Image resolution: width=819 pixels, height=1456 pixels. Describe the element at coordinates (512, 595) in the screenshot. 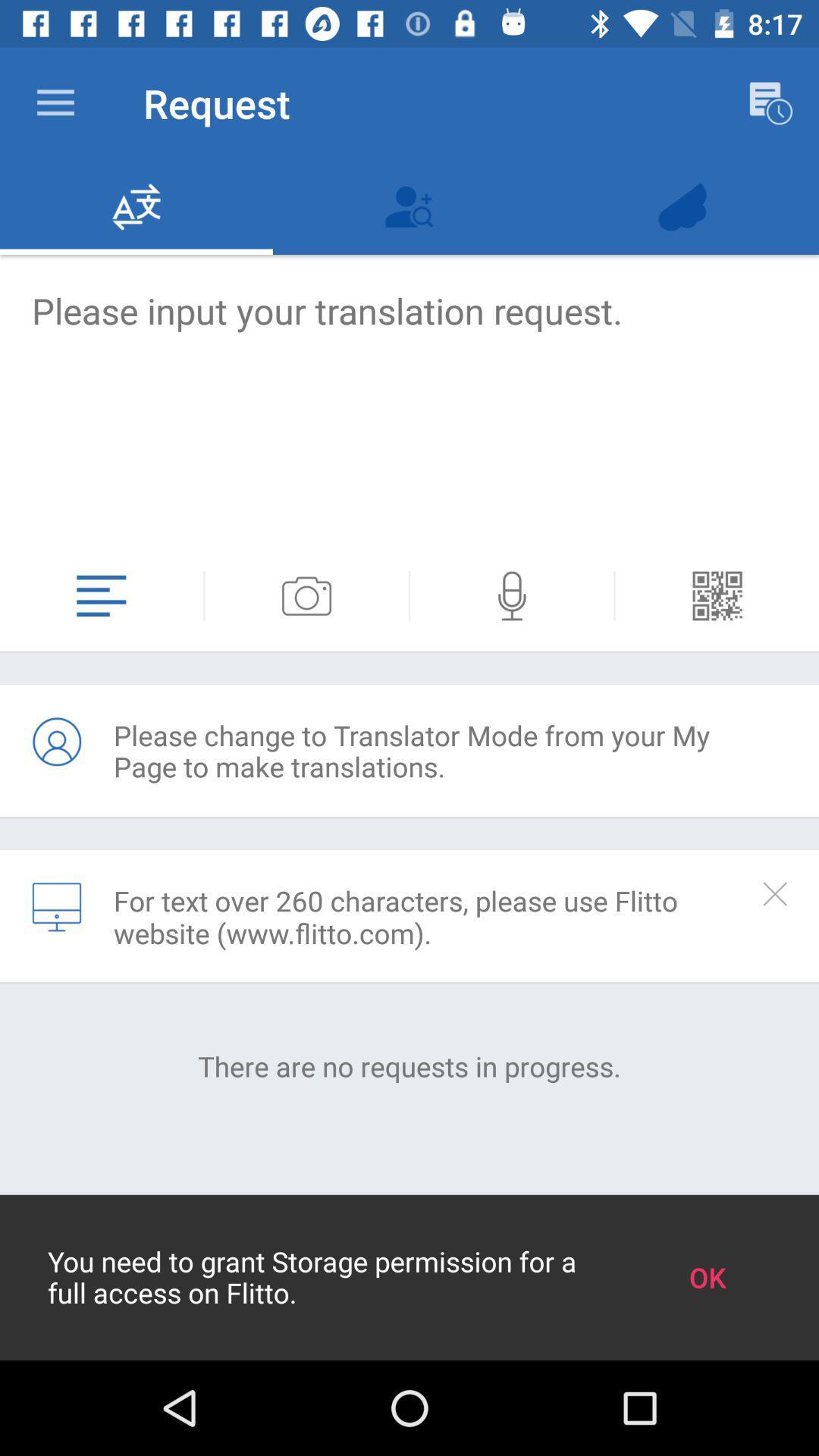

I see `voice option button` at that location.